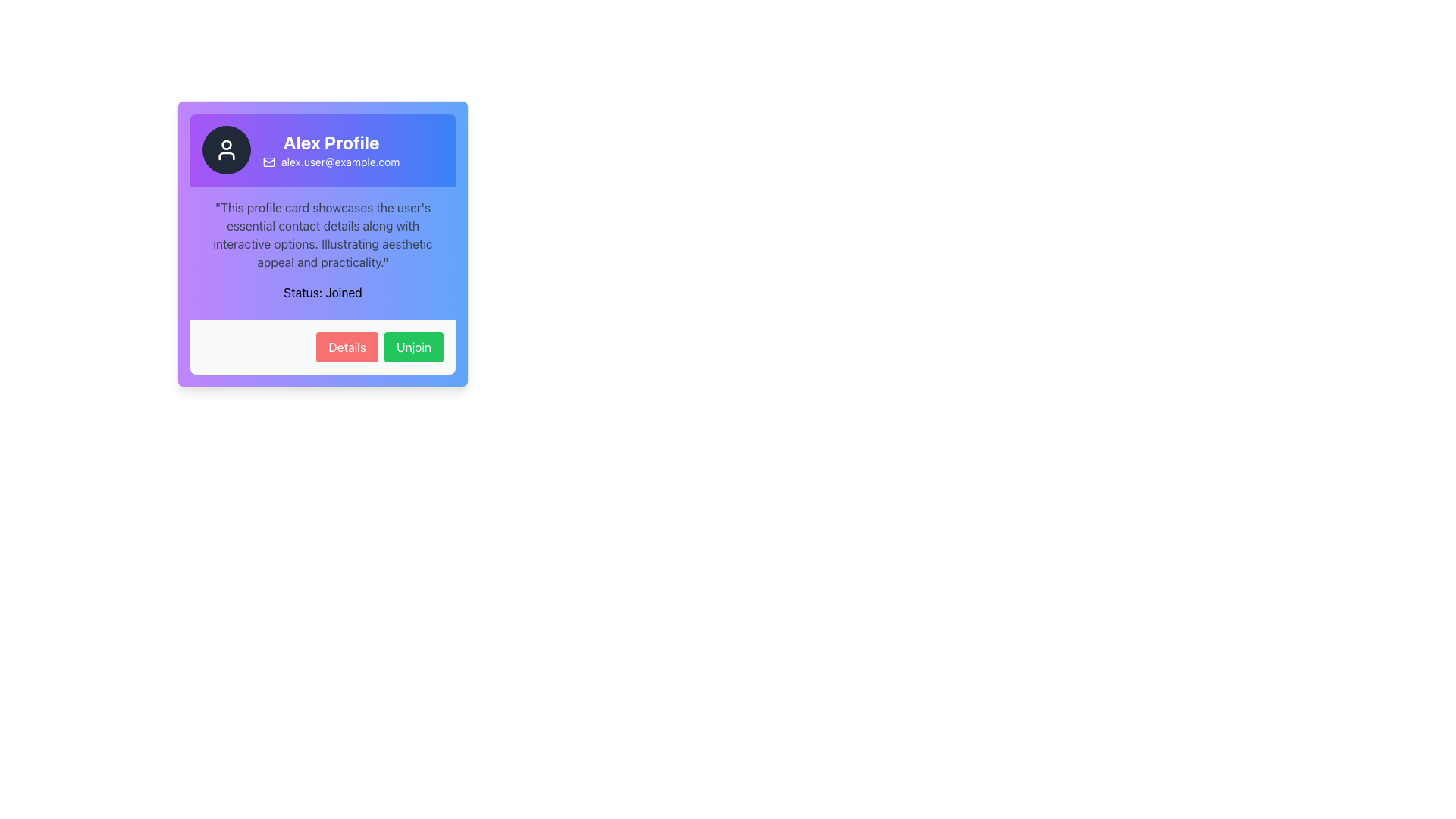 This screenshot has height=819, width=1456. What do you see at coordinates (225, 149) in the screenshot?
I see `the user's profile image icon located to the left of the 'Alex Profile' text in the upper part of the profile card` at bounding box center [225, 149].